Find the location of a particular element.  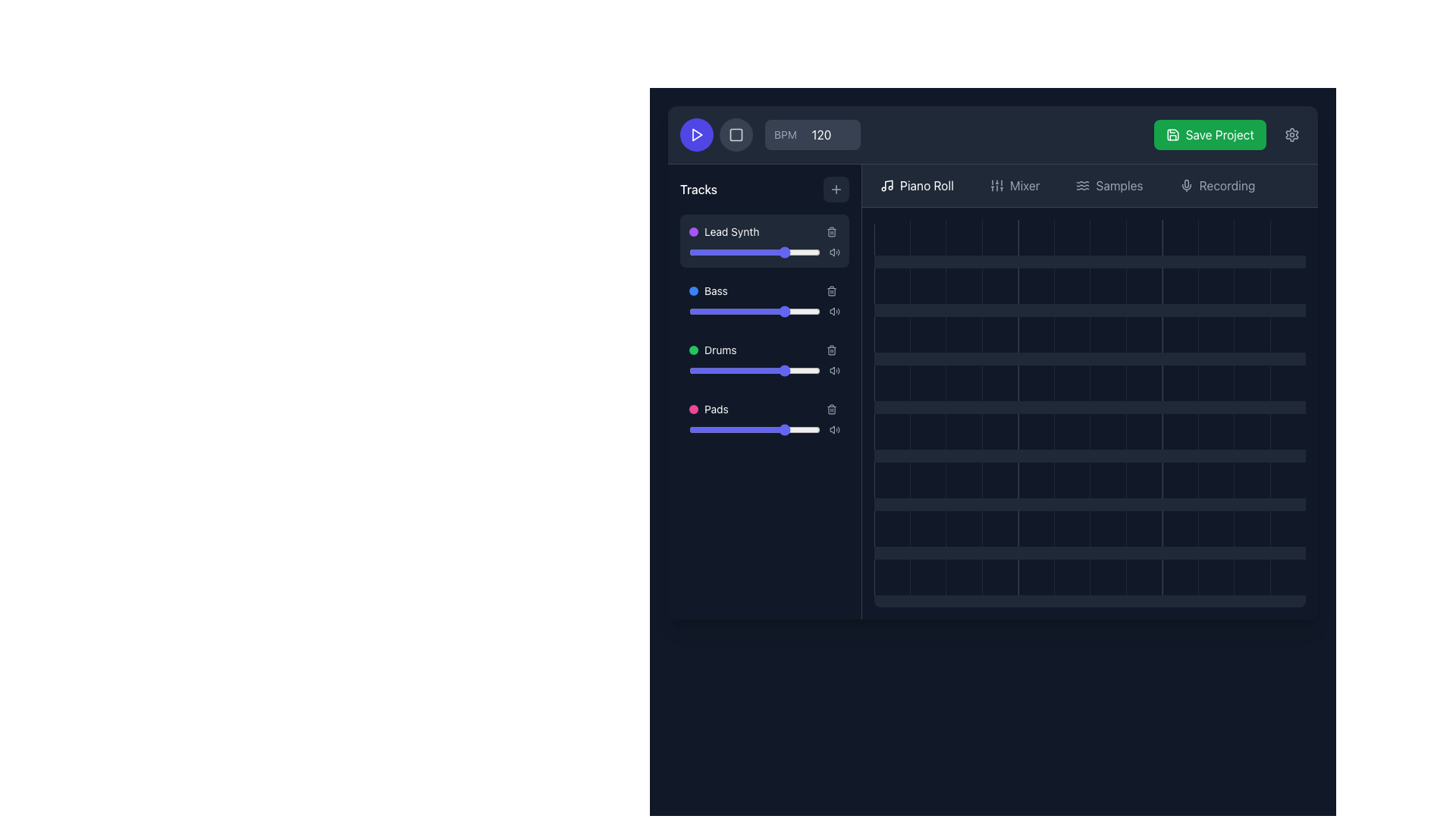

the grid tile element located is located at coordinates (1035, 577).